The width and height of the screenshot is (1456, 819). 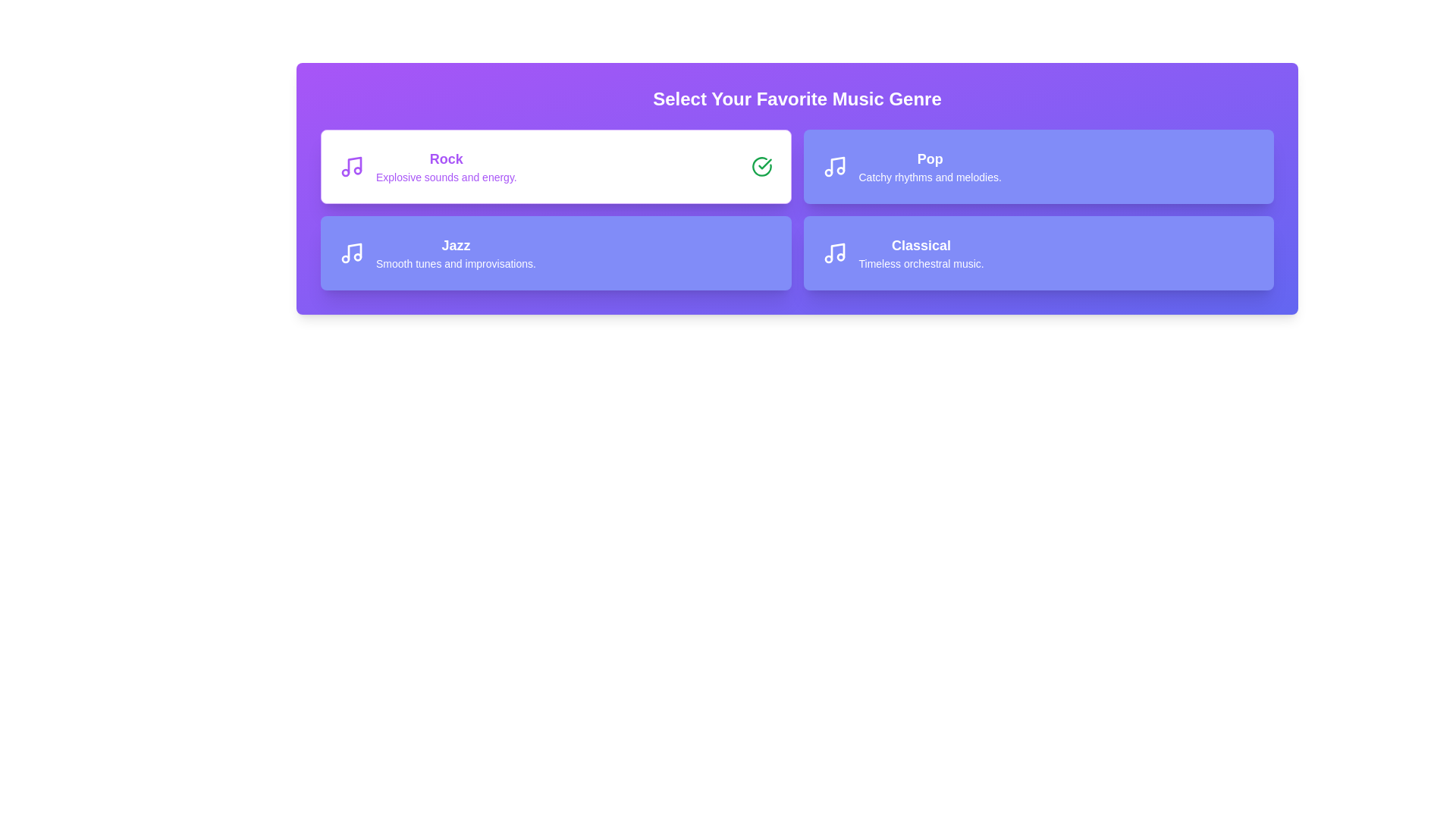 What do you see at coordinates (921, 262) in the screenshot?
I see `text segment displaying 'Timeless orchestral music.' located below the bold text 'Classical' in the lower right section of the grid layout` at bounding box center [921, 262].